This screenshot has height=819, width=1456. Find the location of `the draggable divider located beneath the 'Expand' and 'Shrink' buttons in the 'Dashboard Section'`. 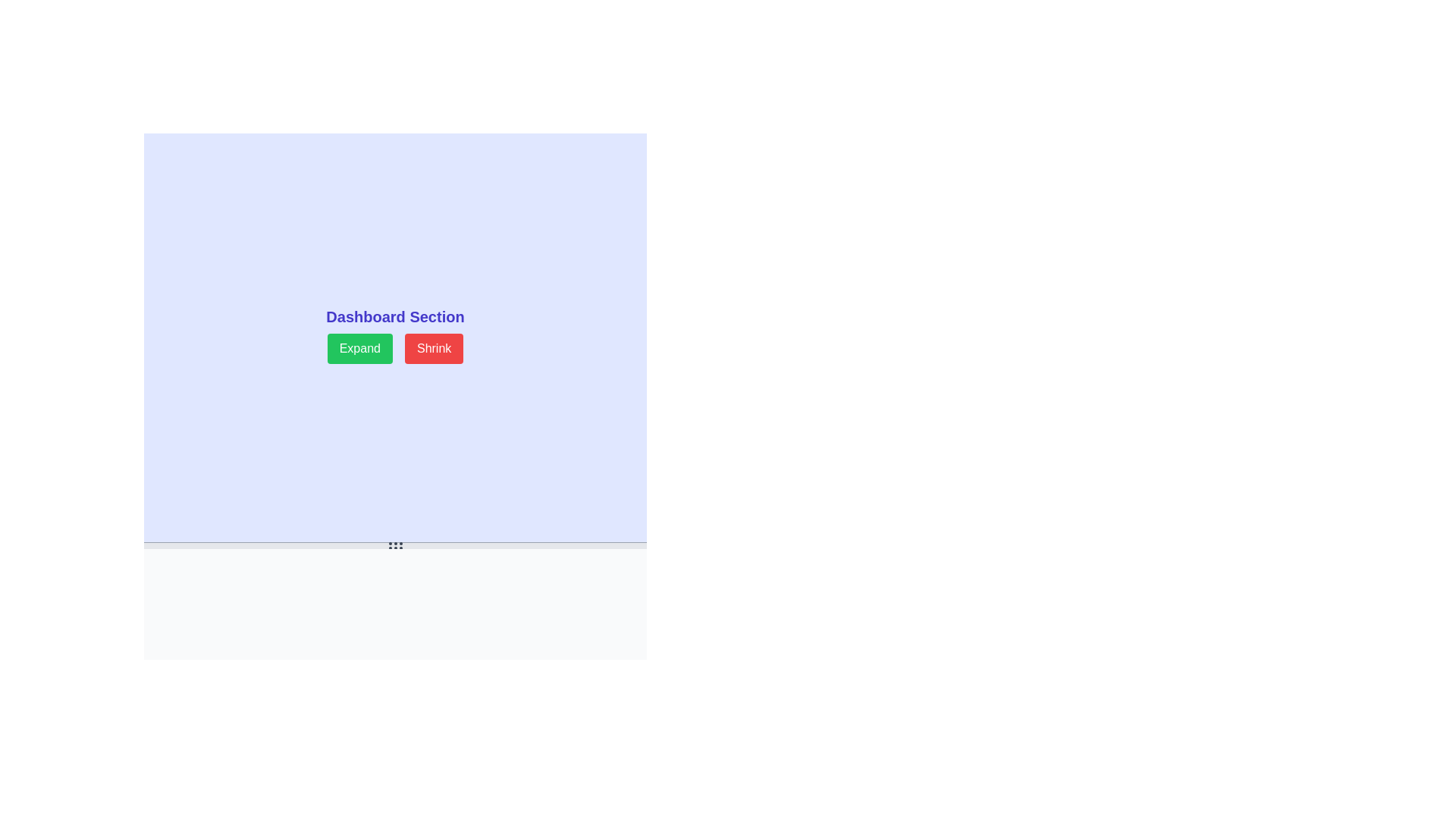

the draggable divider located beneath the 'Expand' and 'Shrink' buttons in the 'Dashboard Section' is located at coordinates (395, 546).